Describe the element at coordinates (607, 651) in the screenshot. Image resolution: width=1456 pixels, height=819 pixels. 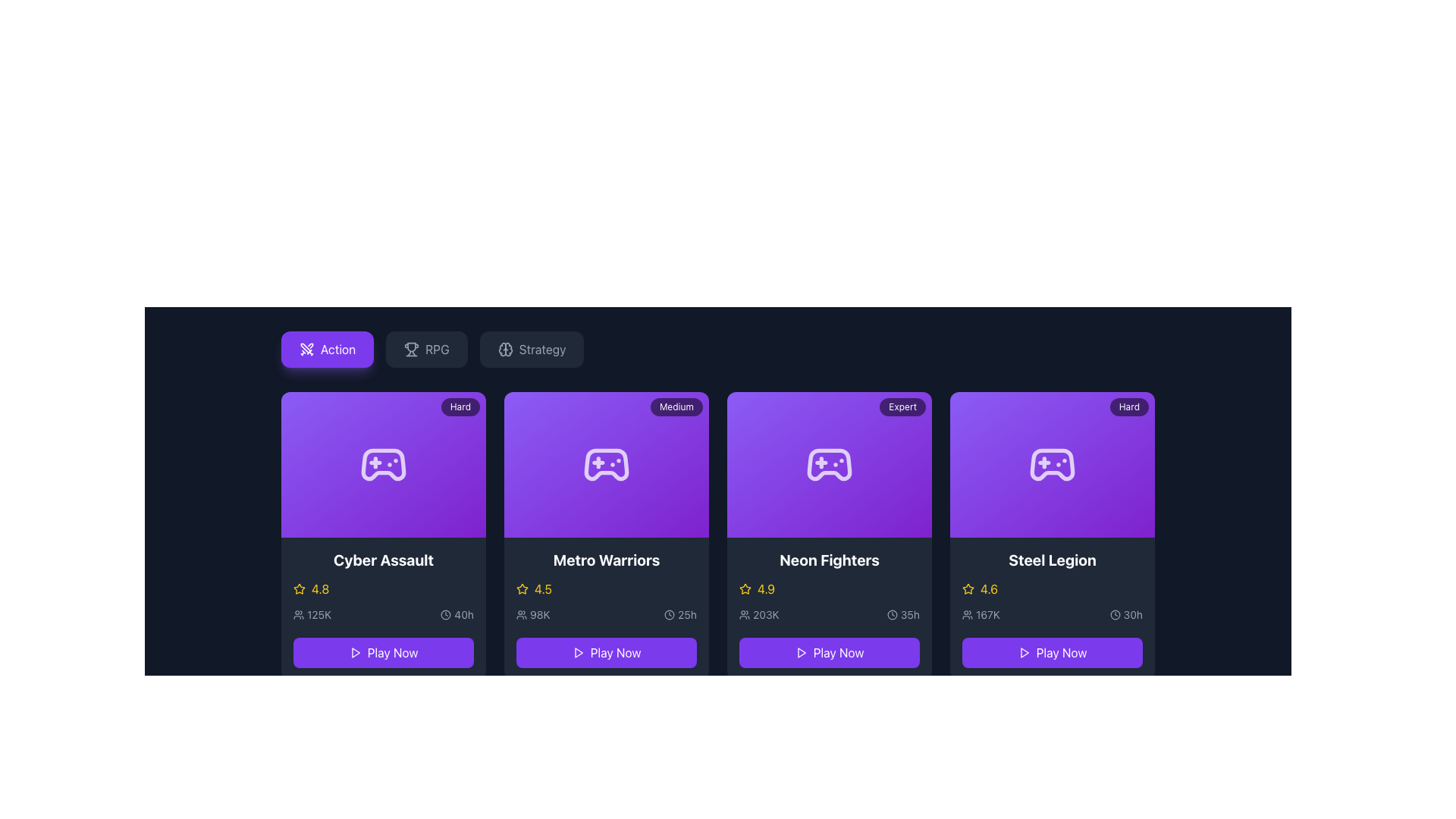
I see `the 'Play Now' button with the violet background` at that location.